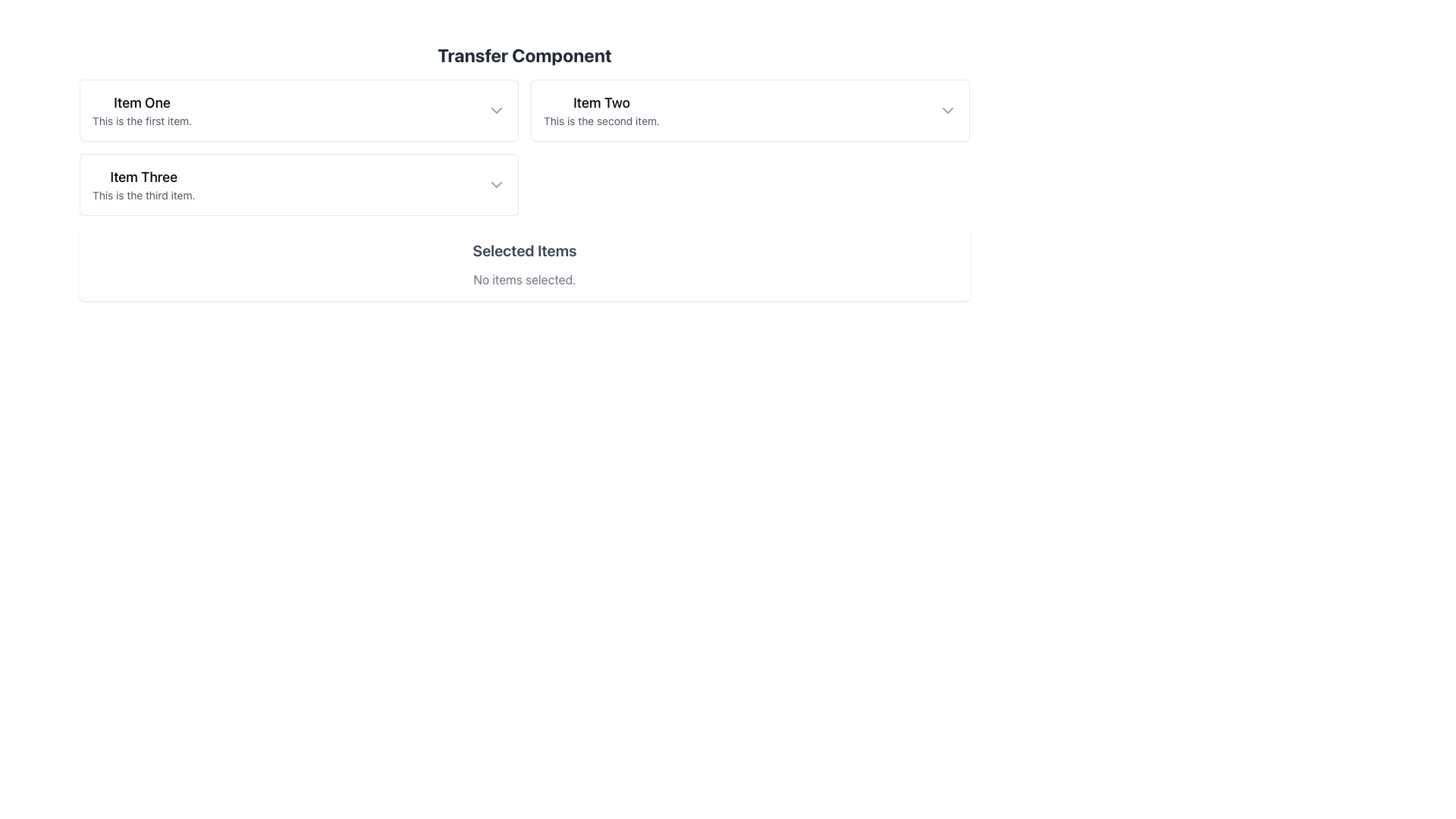 The width and height of the screenshot is (1456, 819). What do you see at coordinates (143, 184) in the screenshot?
I see `the displayed text of the third item in the vertical list located in the left section of the interface, which is part of a bordered card component beneath 'Item One'` at bounding box center [143, 184].